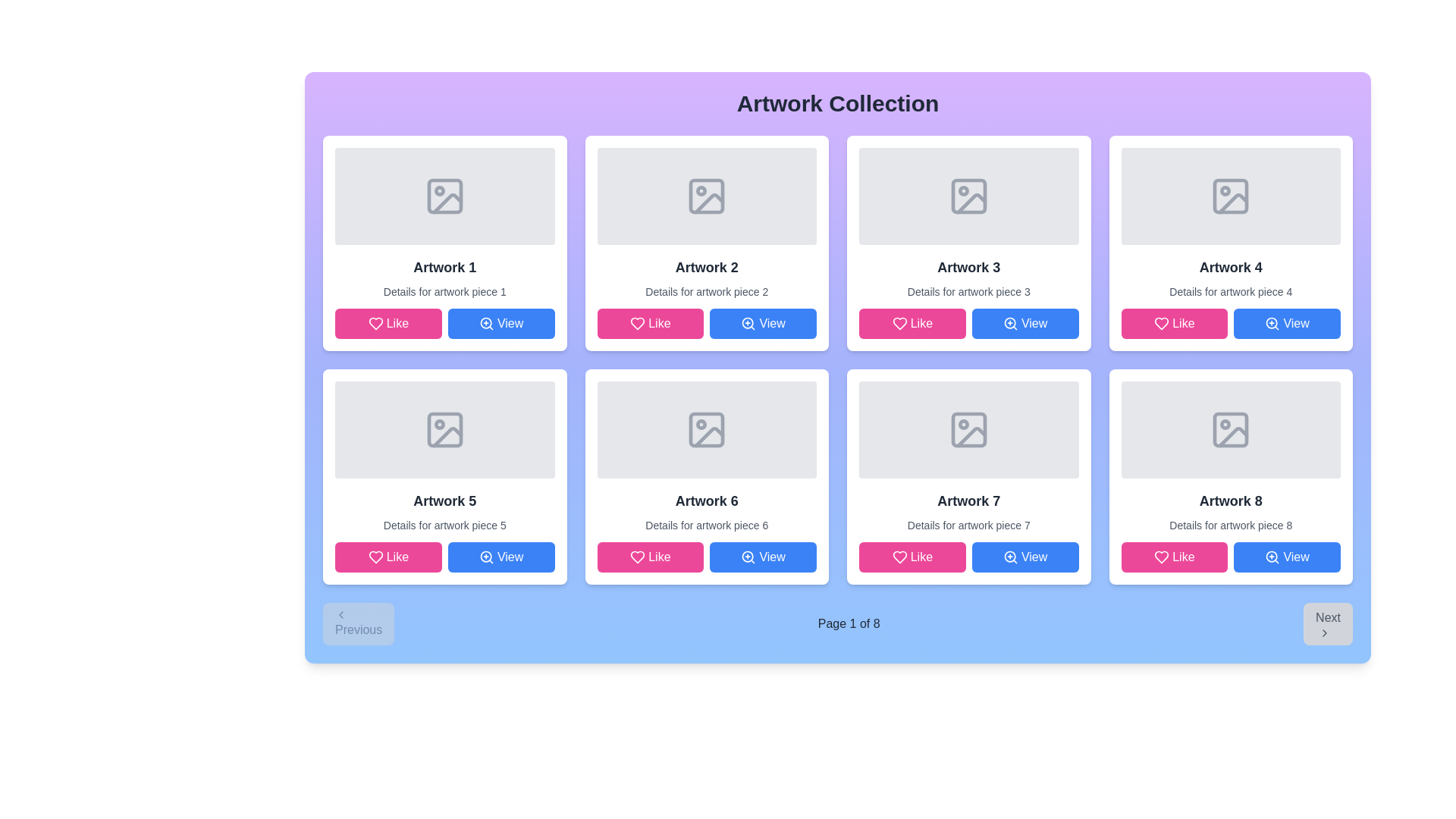 The height and width of the screenshot is (819, 1456). Describe the element at coordinates (706, 292) in the screenshot. I see `the text label or caption located beneath the main title of the card labeled 'Artwork 2', which is horizontally centered within the card layout` at that location.